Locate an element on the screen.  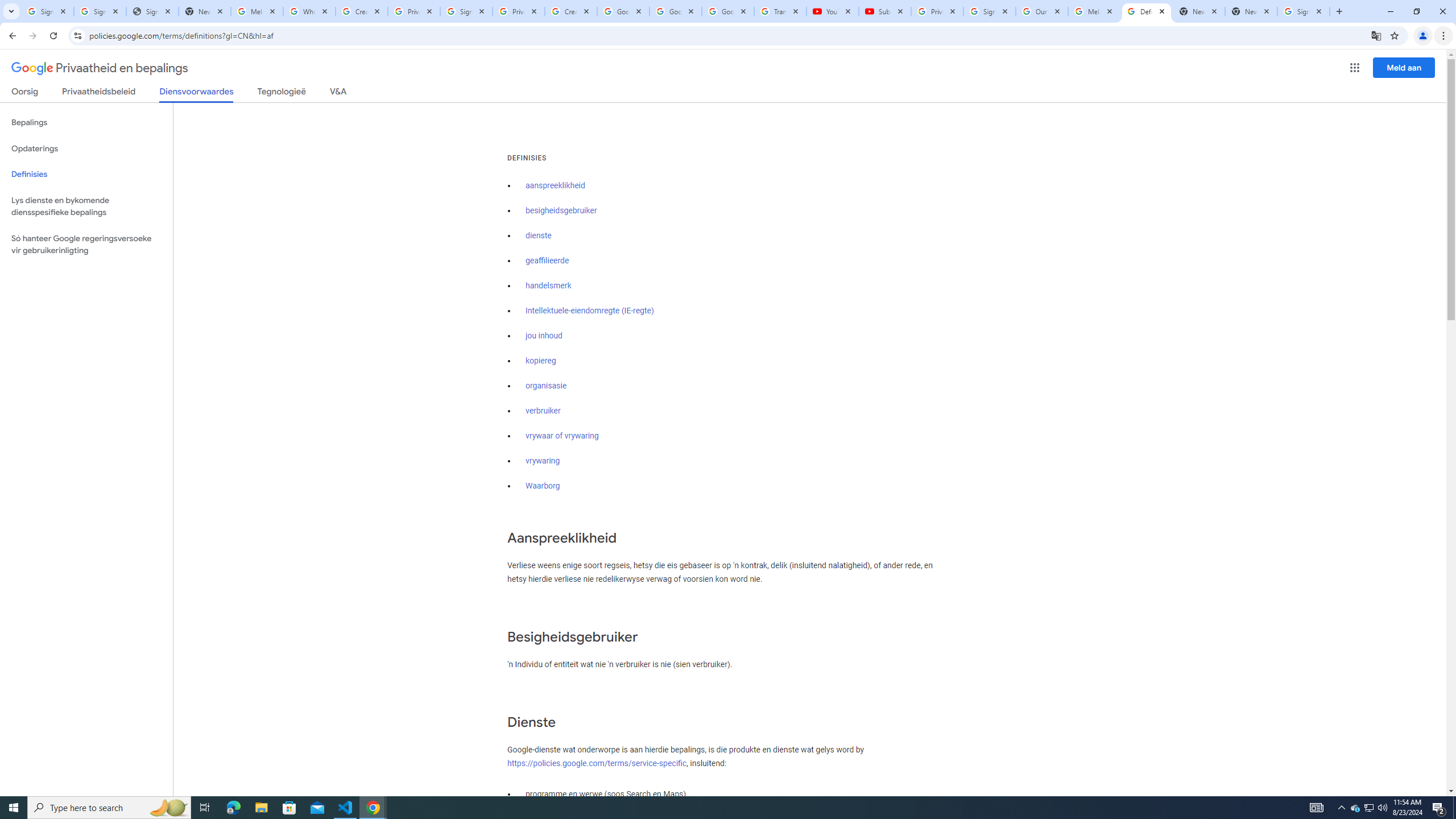
'Google-programme' is located at coordinates (1355, 67).